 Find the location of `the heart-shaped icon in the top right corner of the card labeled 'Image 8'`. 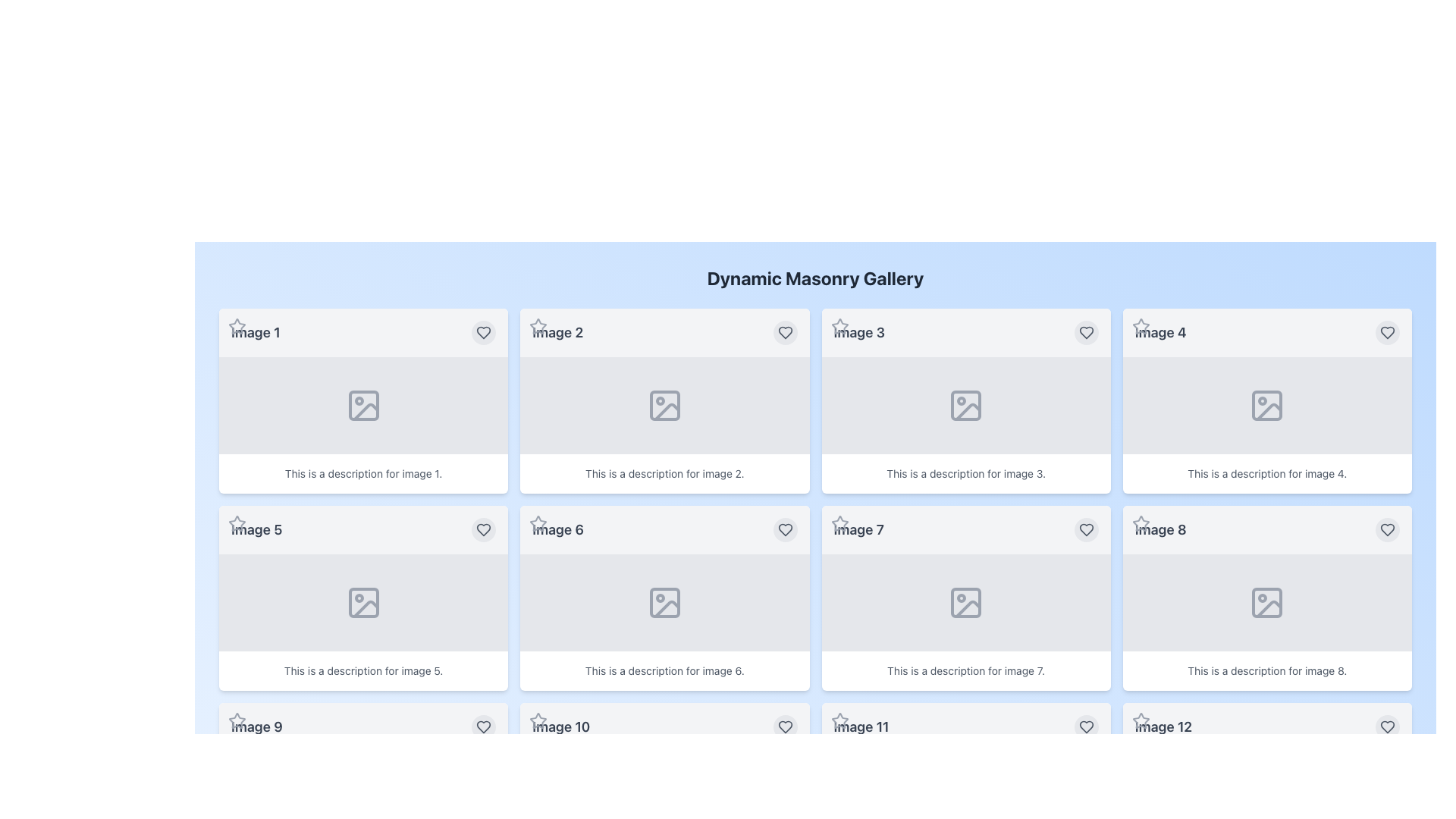

the heart-shaped icon in the top right corner of the card labeled 'Image 8' is located at coordinates (1387, 529).